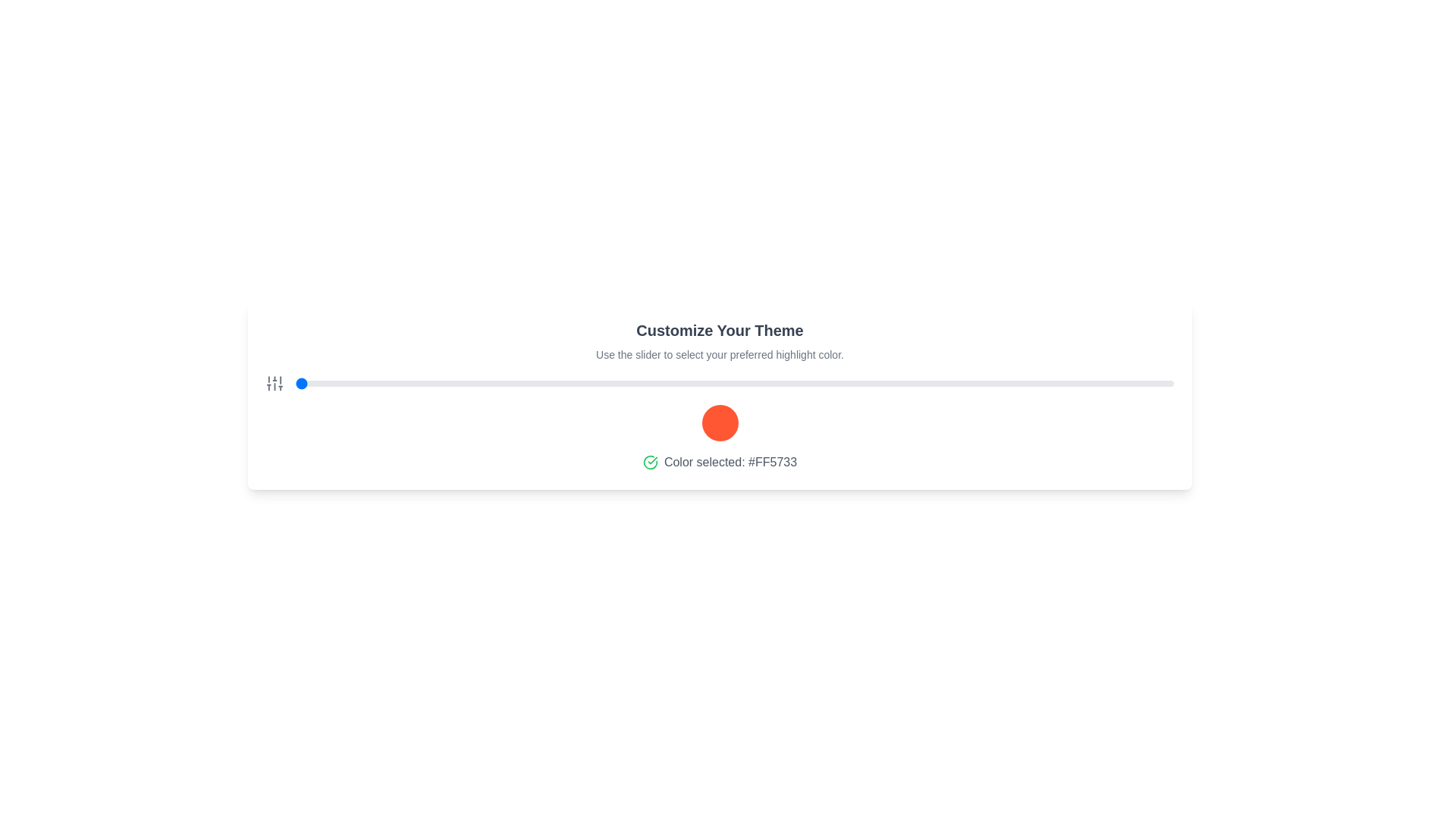 This screenshot has height=819, width=1456. I want to click on the slider value, so click(1144, 382).